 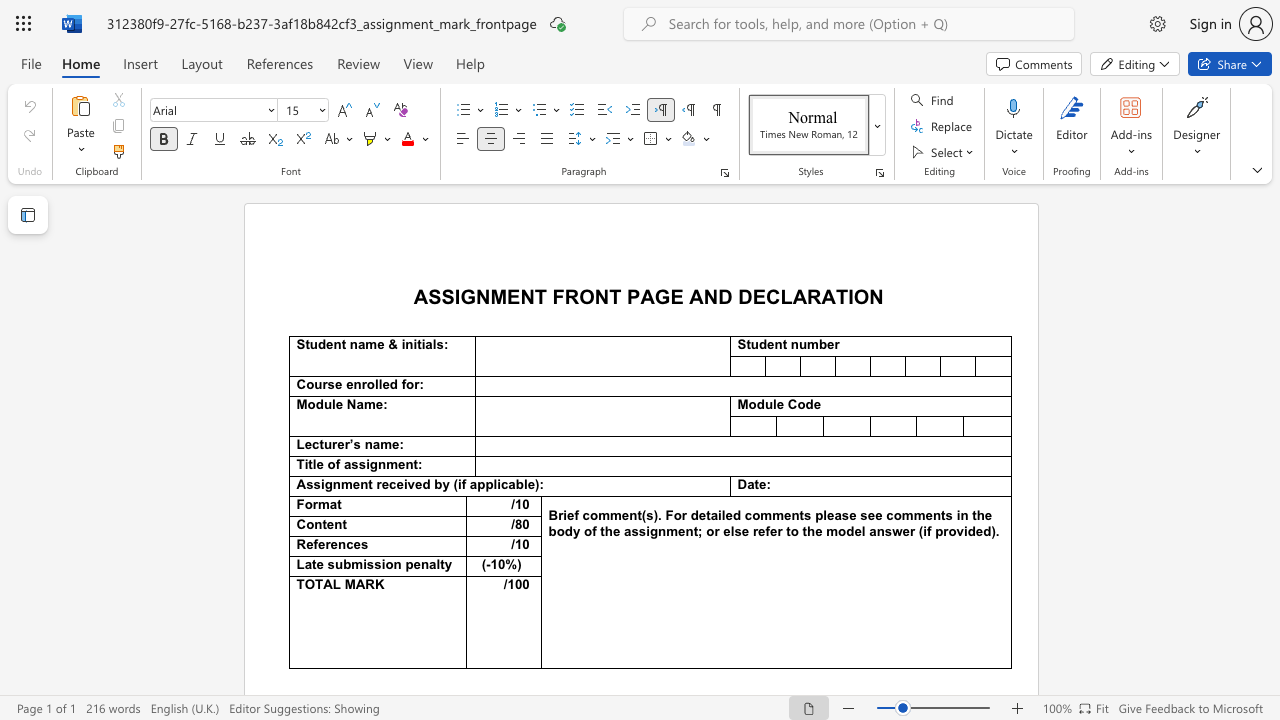 What do you see at coordinates (796, 405) in the screenshot?
I see `the subset text "od" within the text "Module Code"` at bounding box center [796, 405].